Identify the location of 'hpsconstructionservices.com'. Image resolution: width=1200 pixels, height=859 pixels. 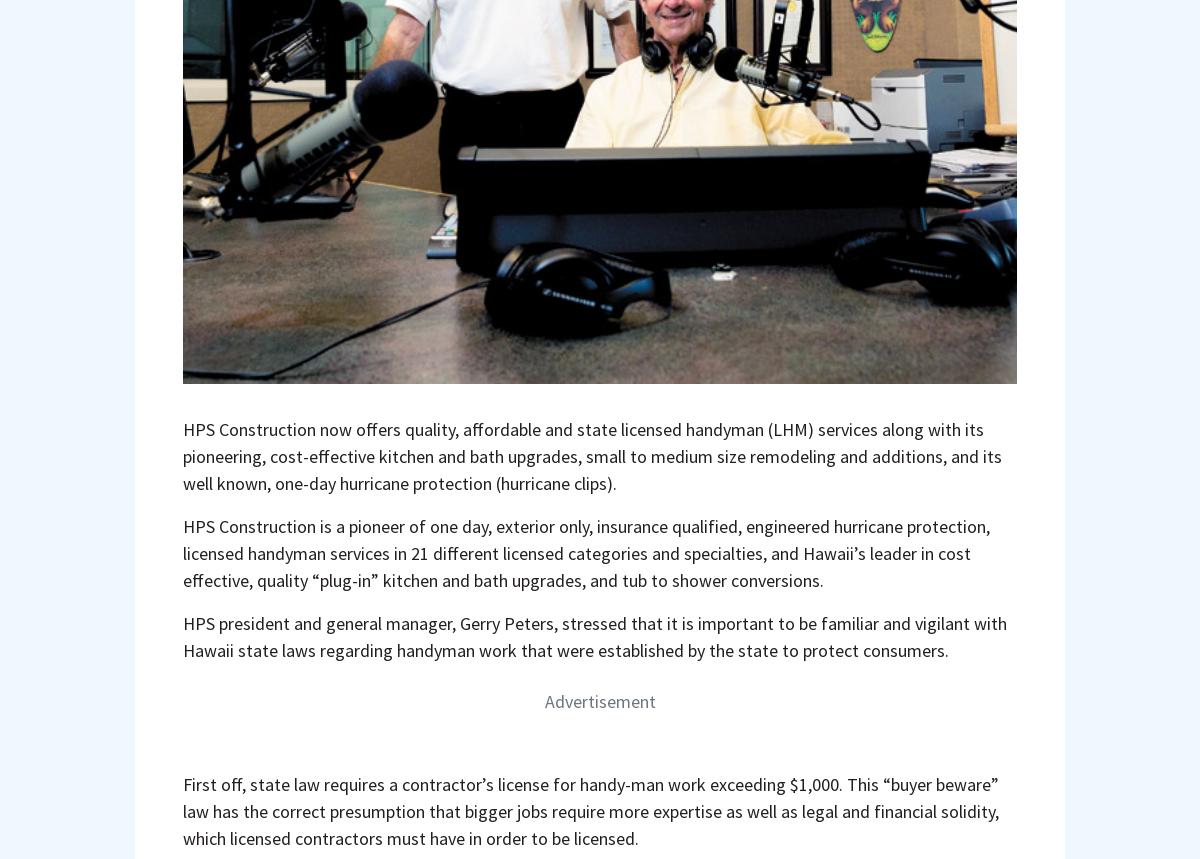
(330, 194).